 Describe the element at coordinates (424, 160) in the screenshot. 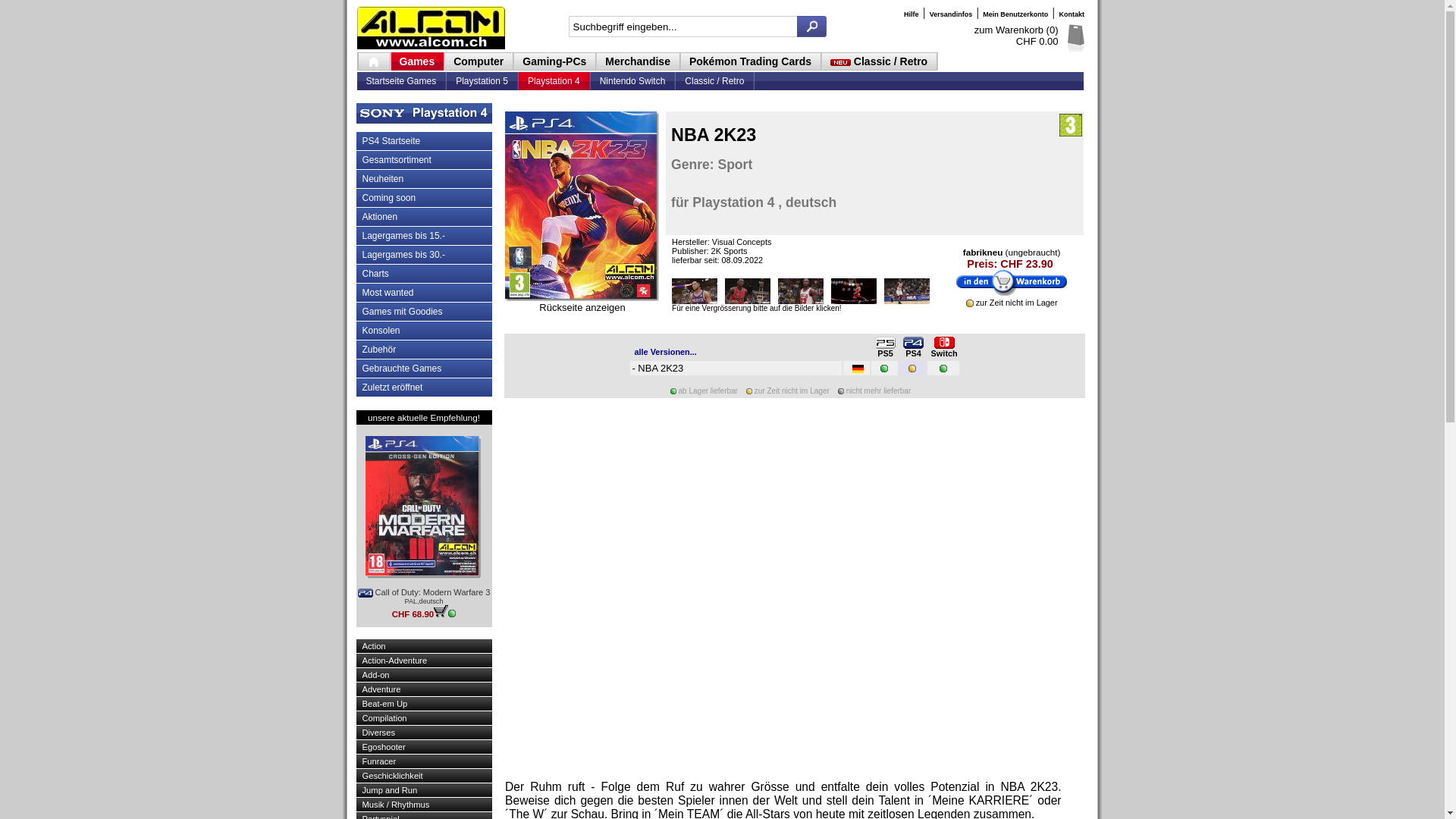

I see `'Gesamtsortiment'` at that location.